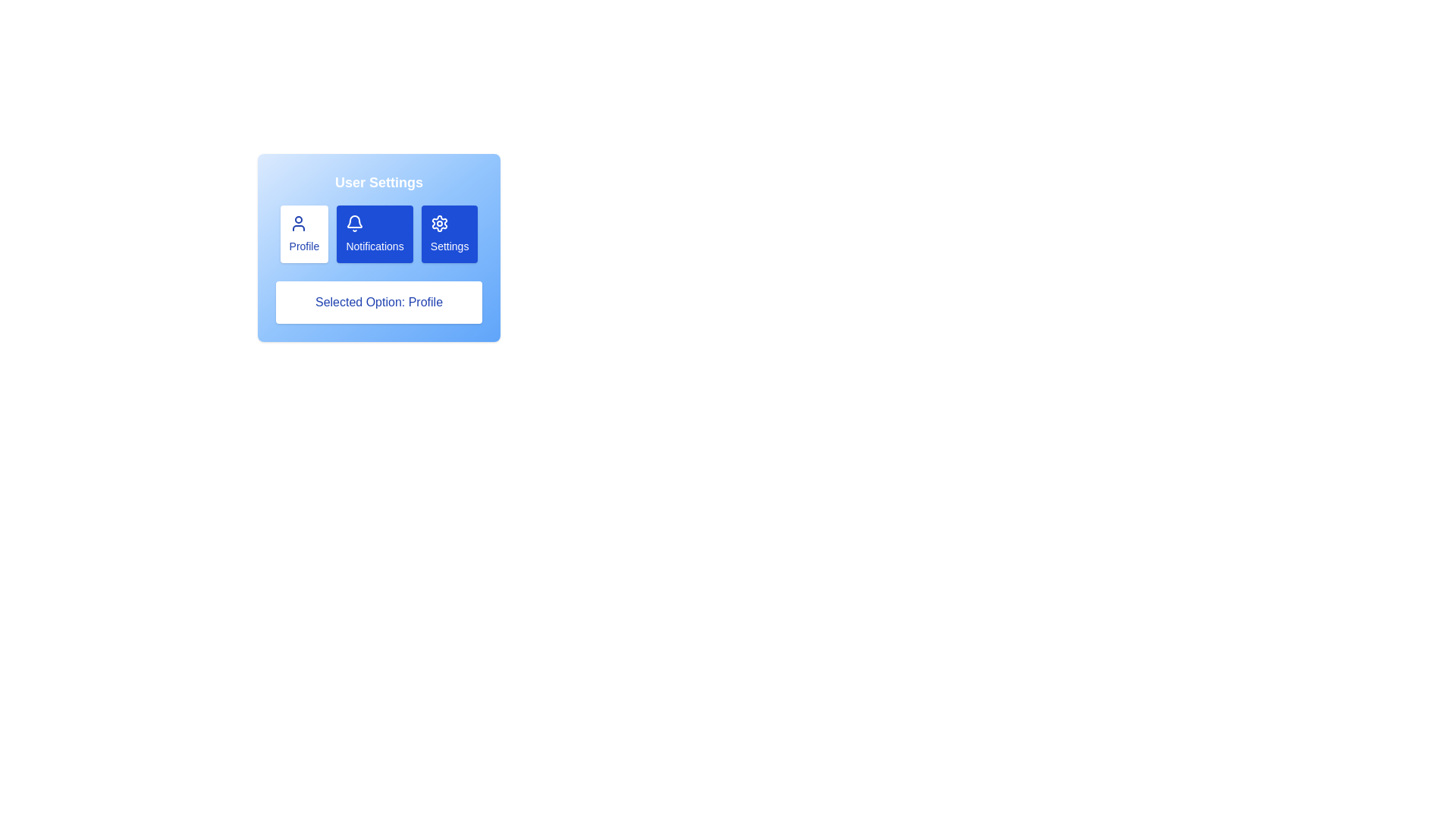  What do you see at coordinates (449, 234) in the screenshot?
I see `the button corresponding to the Settings section` at bounding box center [449, 234].